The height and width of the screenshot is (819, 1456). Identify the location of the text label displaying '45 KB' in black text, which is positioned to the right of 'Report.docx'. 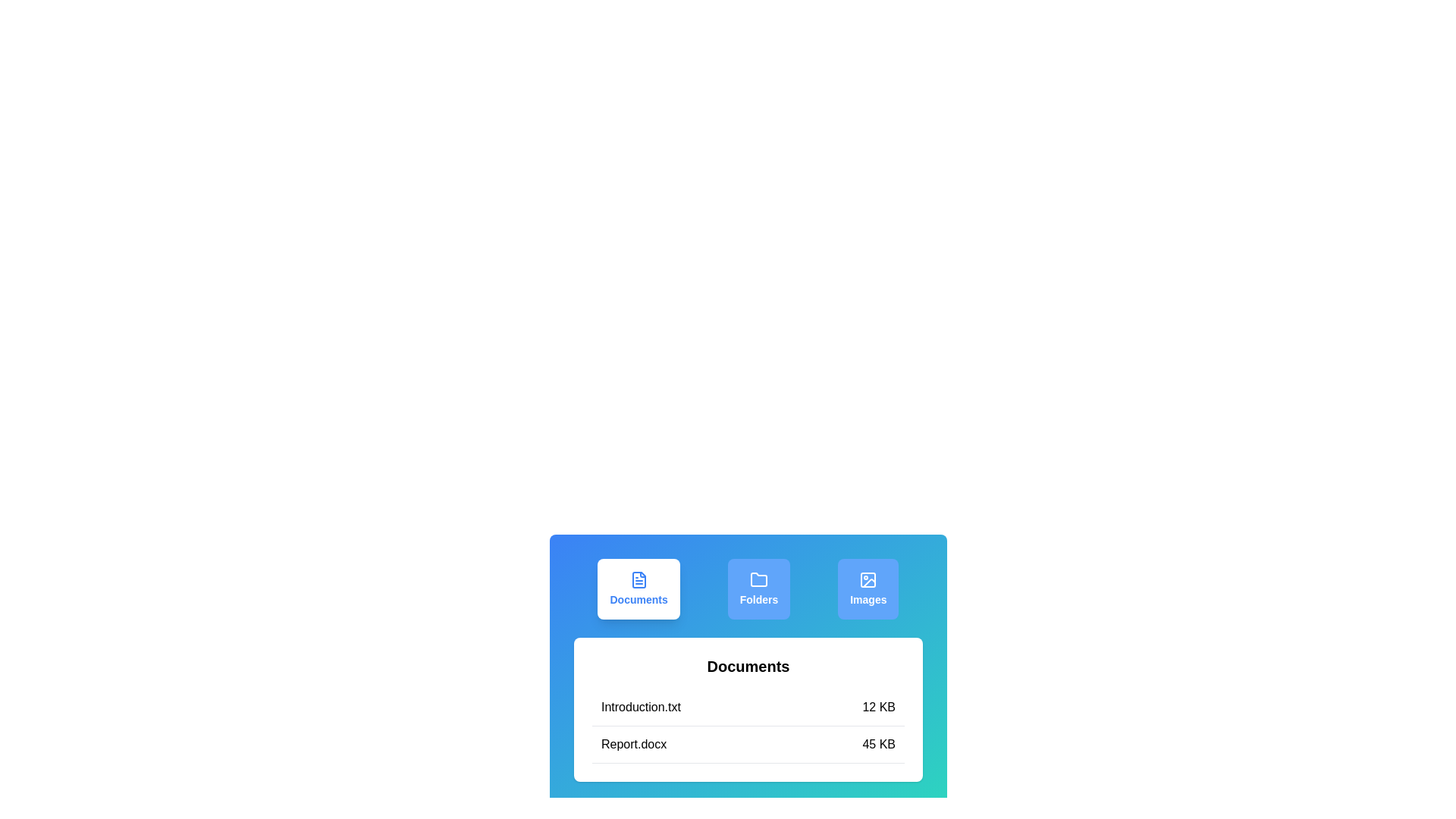
(879, 744).